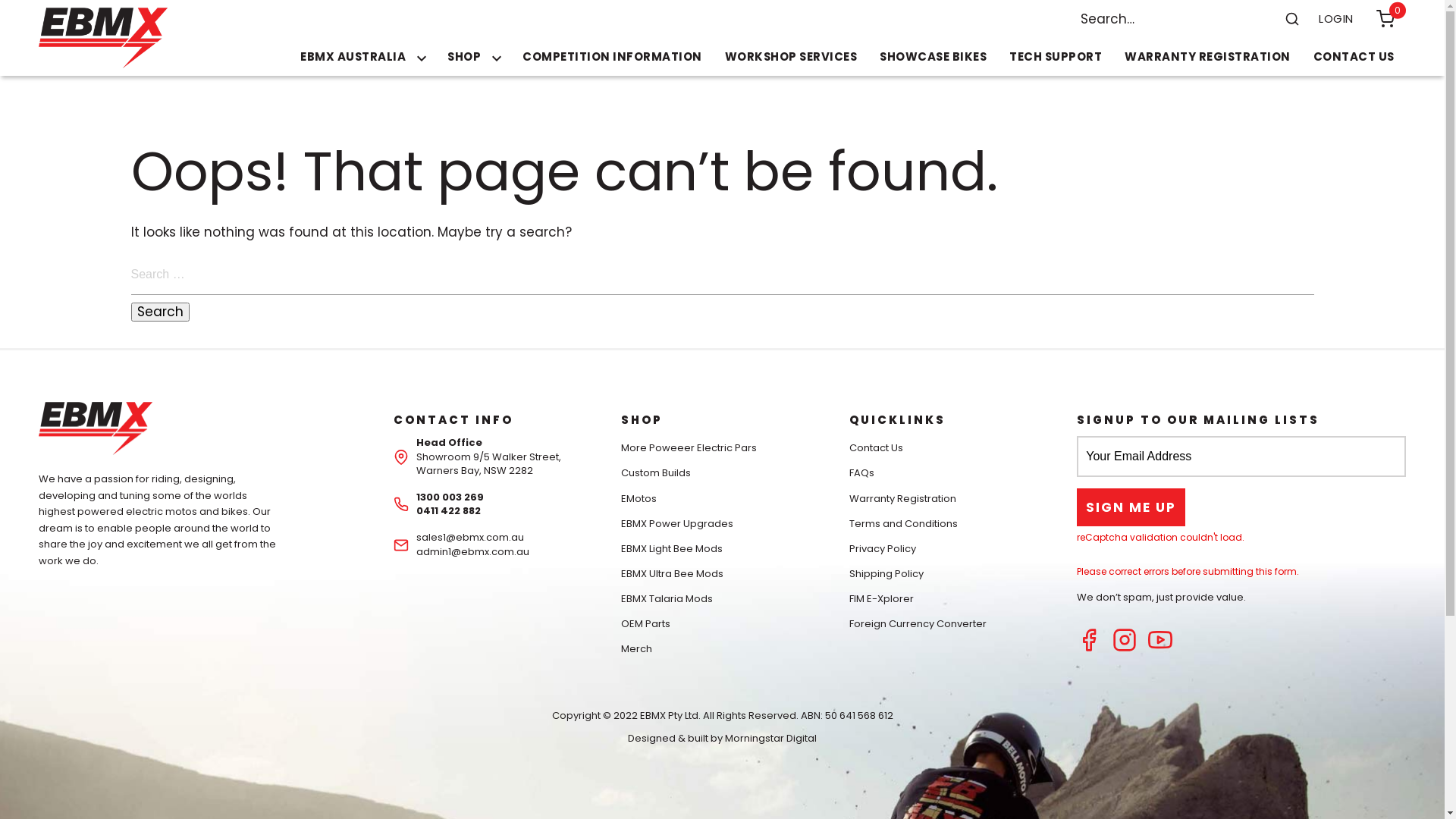 This screenshot has height=819, width=1456. What do you see at coordinates (1335, 18) in the screenshot?
I see `'LOGIN'` at bounding box center [1335, 18].